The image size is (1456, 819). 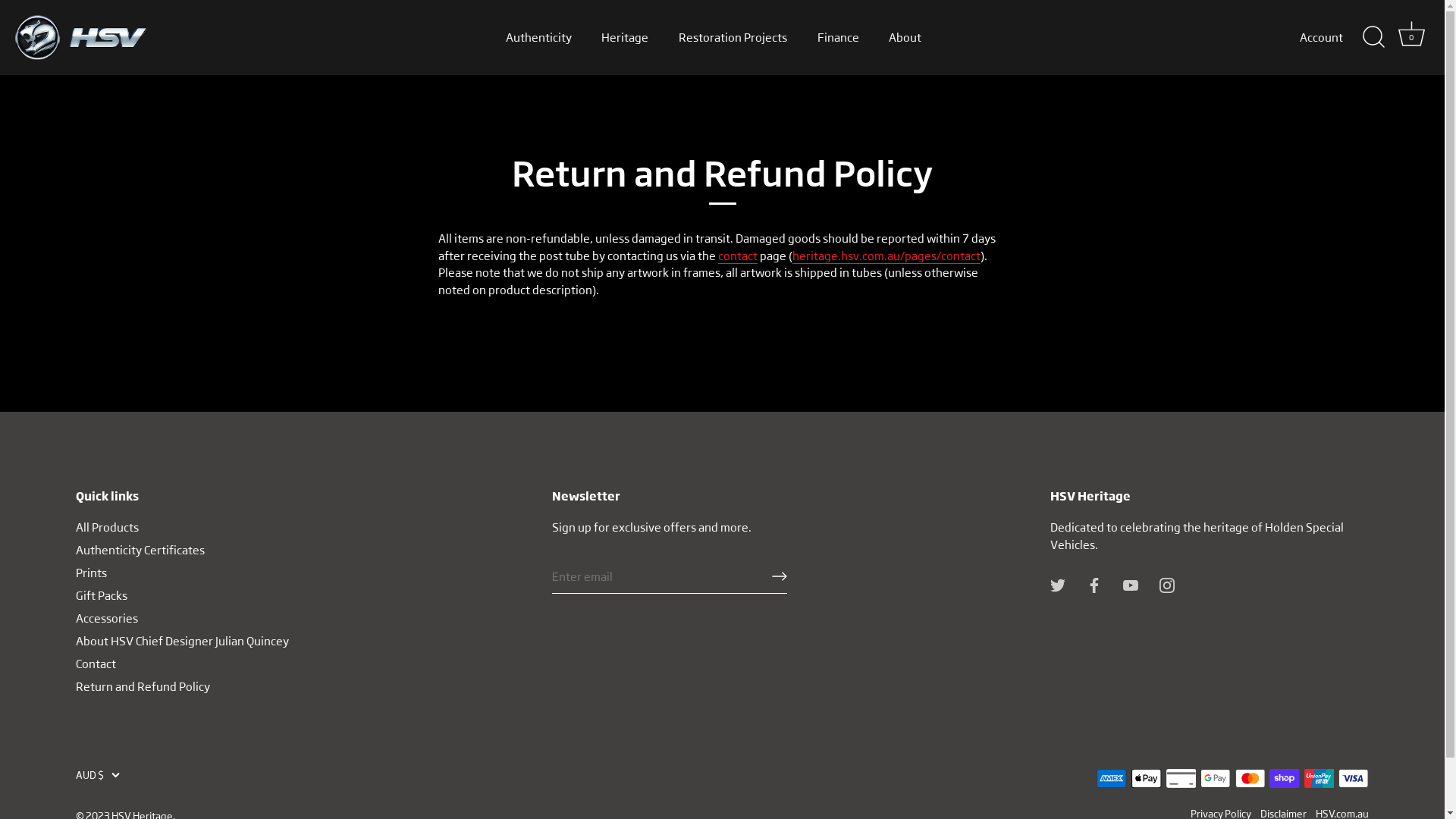 I want to click on 'Cart, so click(x=1394, y=36).